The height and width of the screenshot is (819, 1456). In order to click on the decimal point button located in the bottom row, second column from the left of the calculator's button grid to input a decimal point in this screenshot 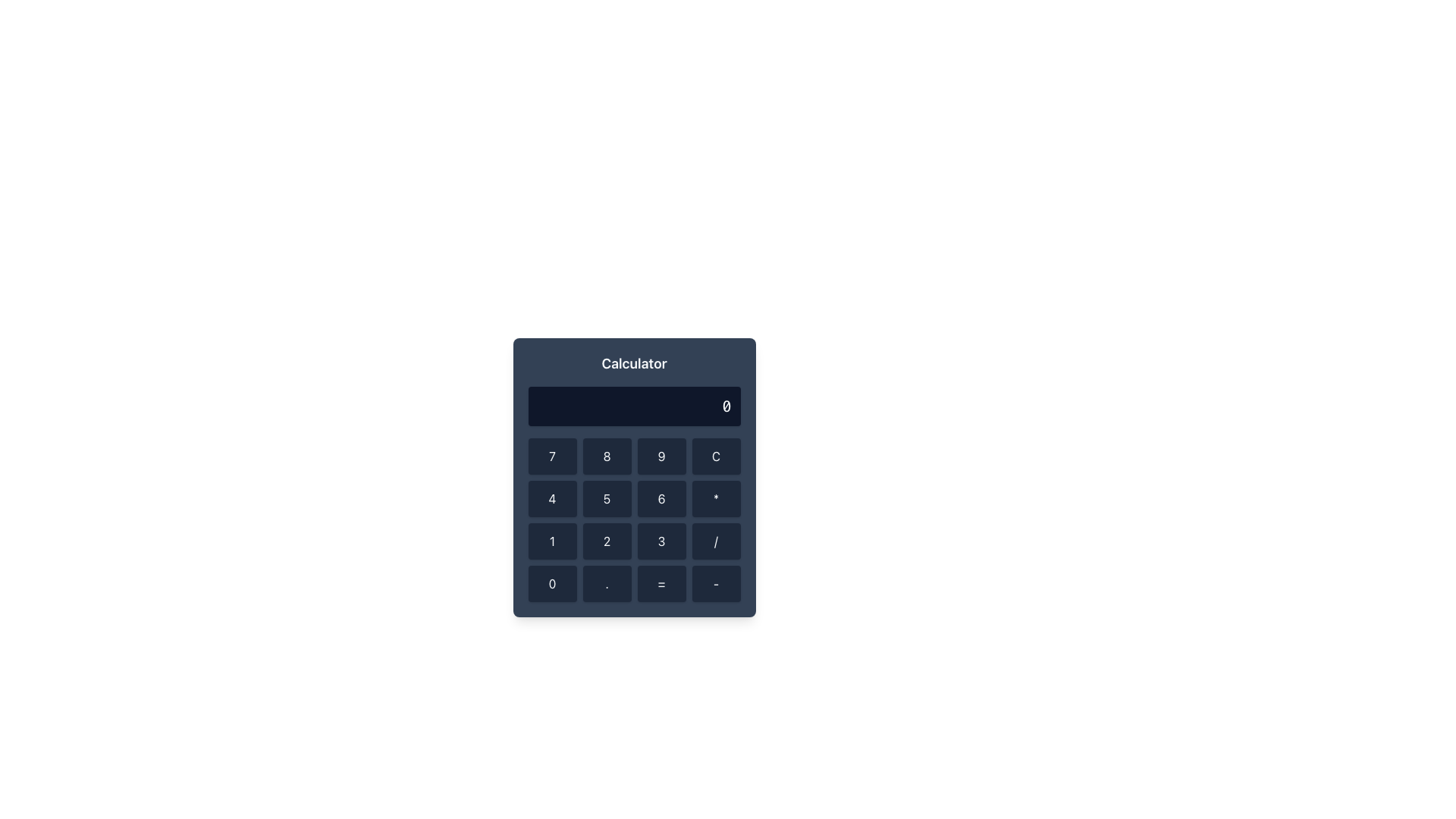, I will do `click(607, 583)`.